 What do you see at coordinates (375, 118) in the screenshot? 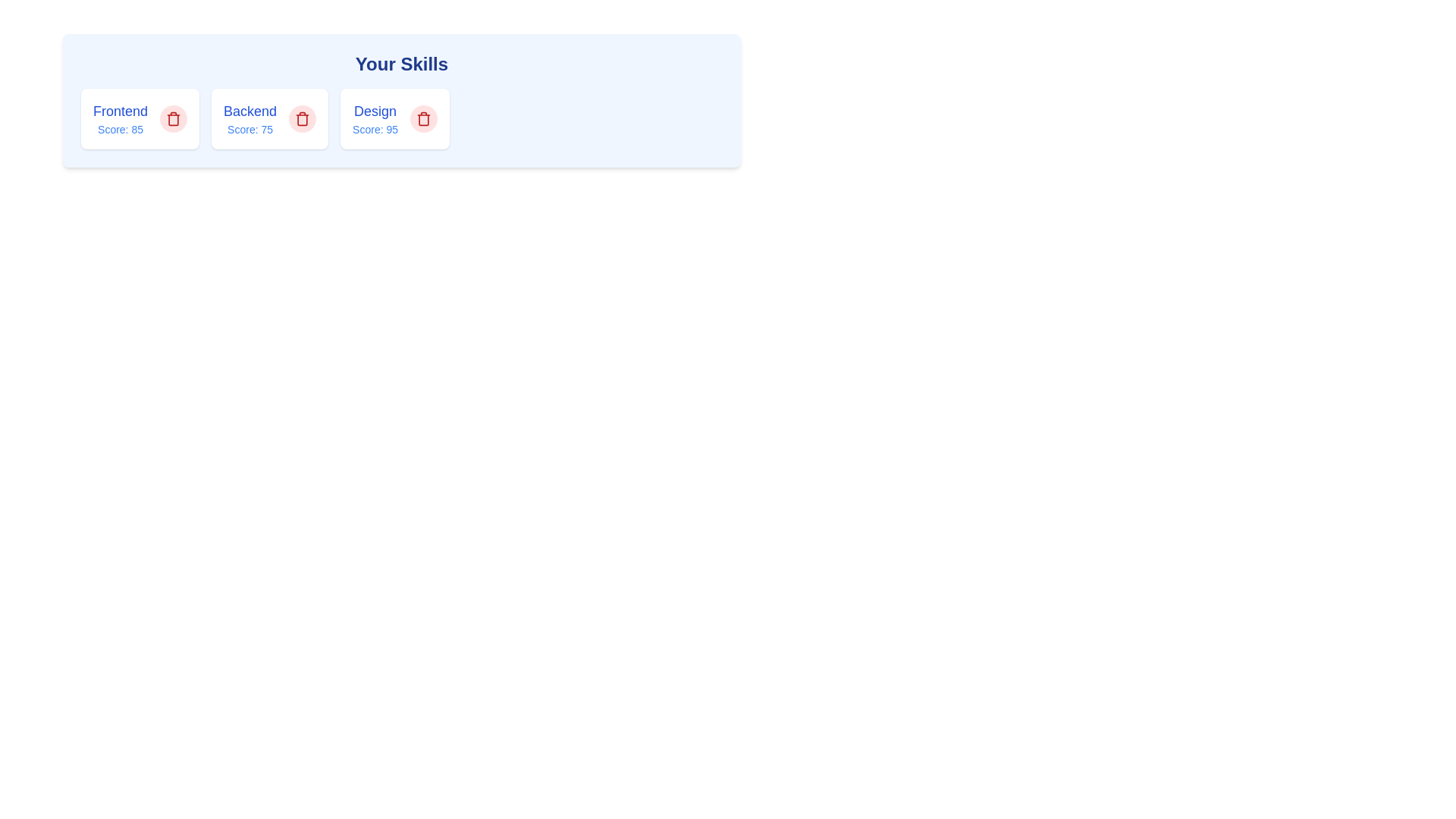
I see `the tag with name Design to see its hover effect` at bounding box center [375, 118].